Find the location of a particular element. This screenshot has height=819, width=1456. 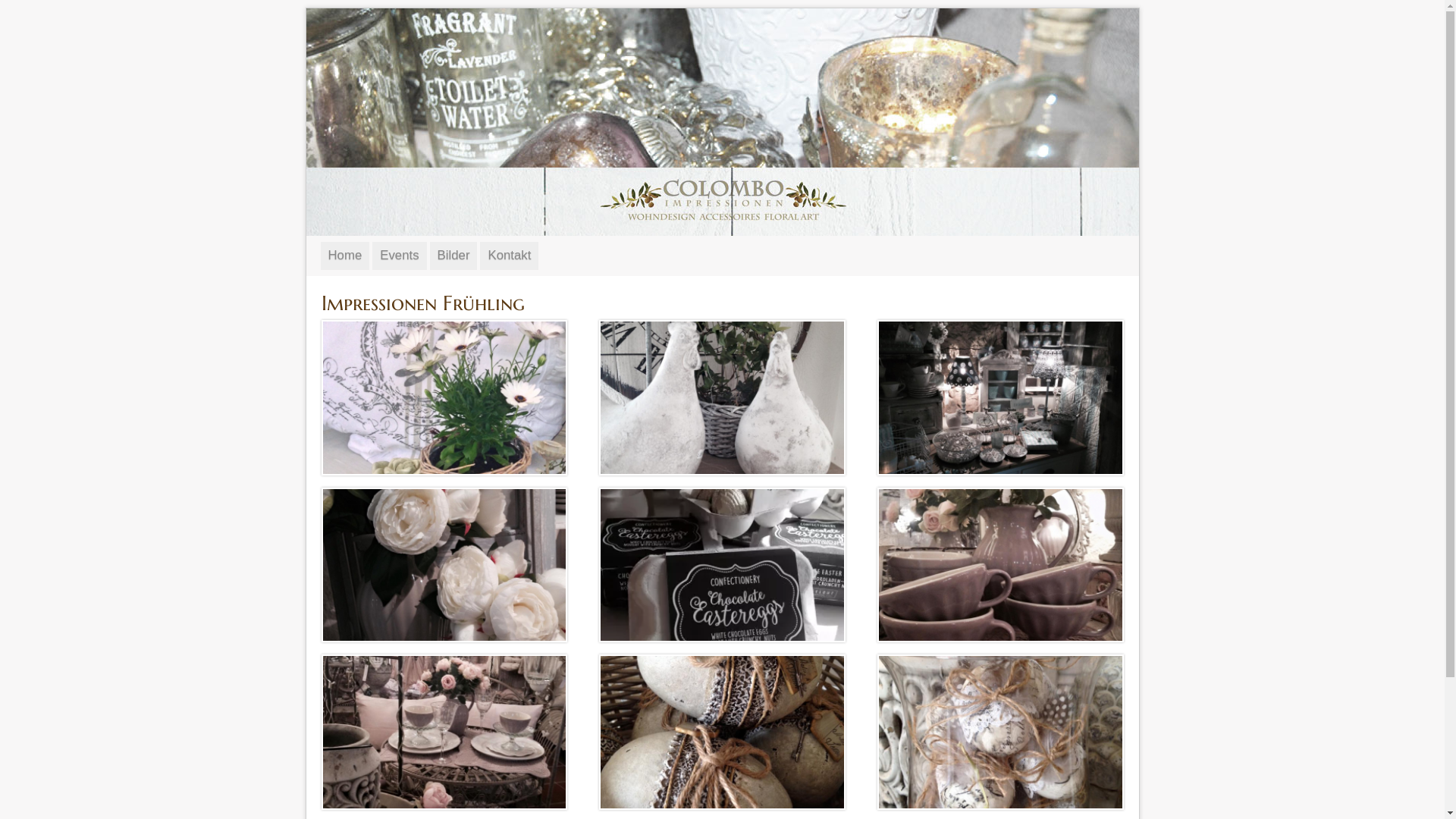

'Home' is located at coordinates (344, 255).